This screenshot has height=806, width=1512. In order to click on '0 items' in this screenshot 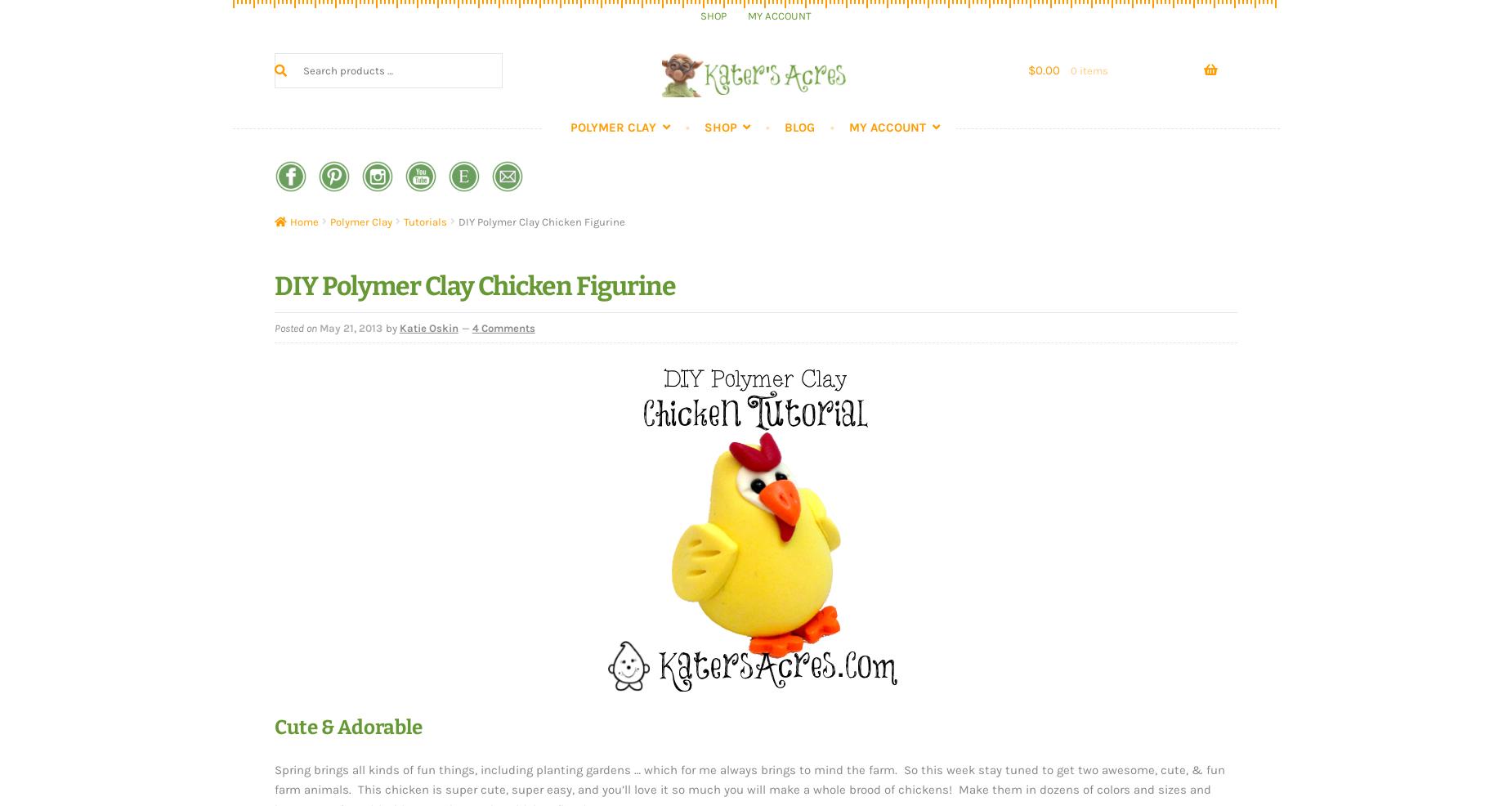, I will do `click(1069, 70)`.